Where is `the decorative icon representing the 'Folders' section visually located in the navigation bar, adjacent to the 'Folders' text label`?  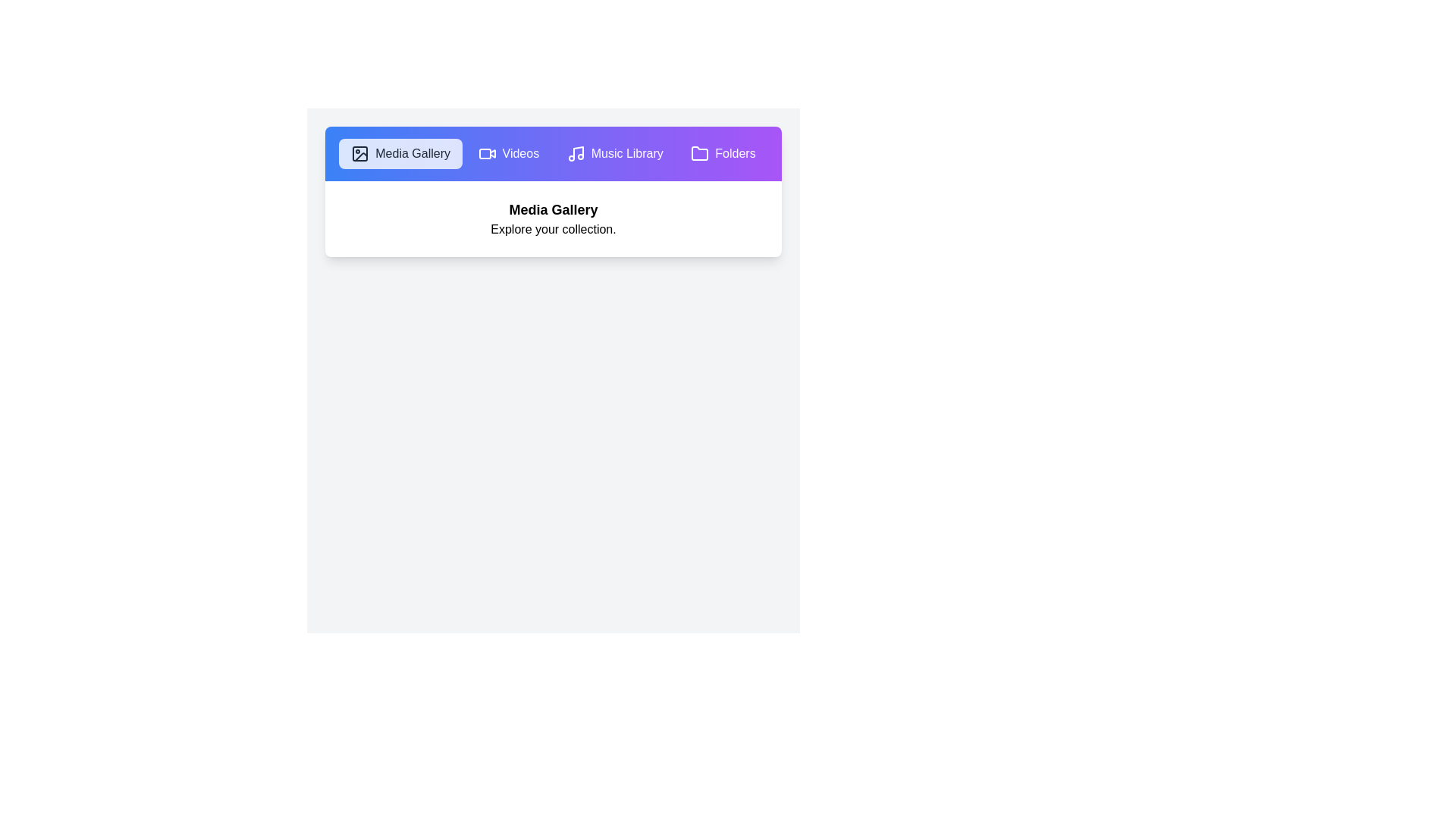
the decorative icon representing the 'Folders' section visually located in the navigation bar, adjacent to the 'Folders' text label is located at coordinates (699, 154).